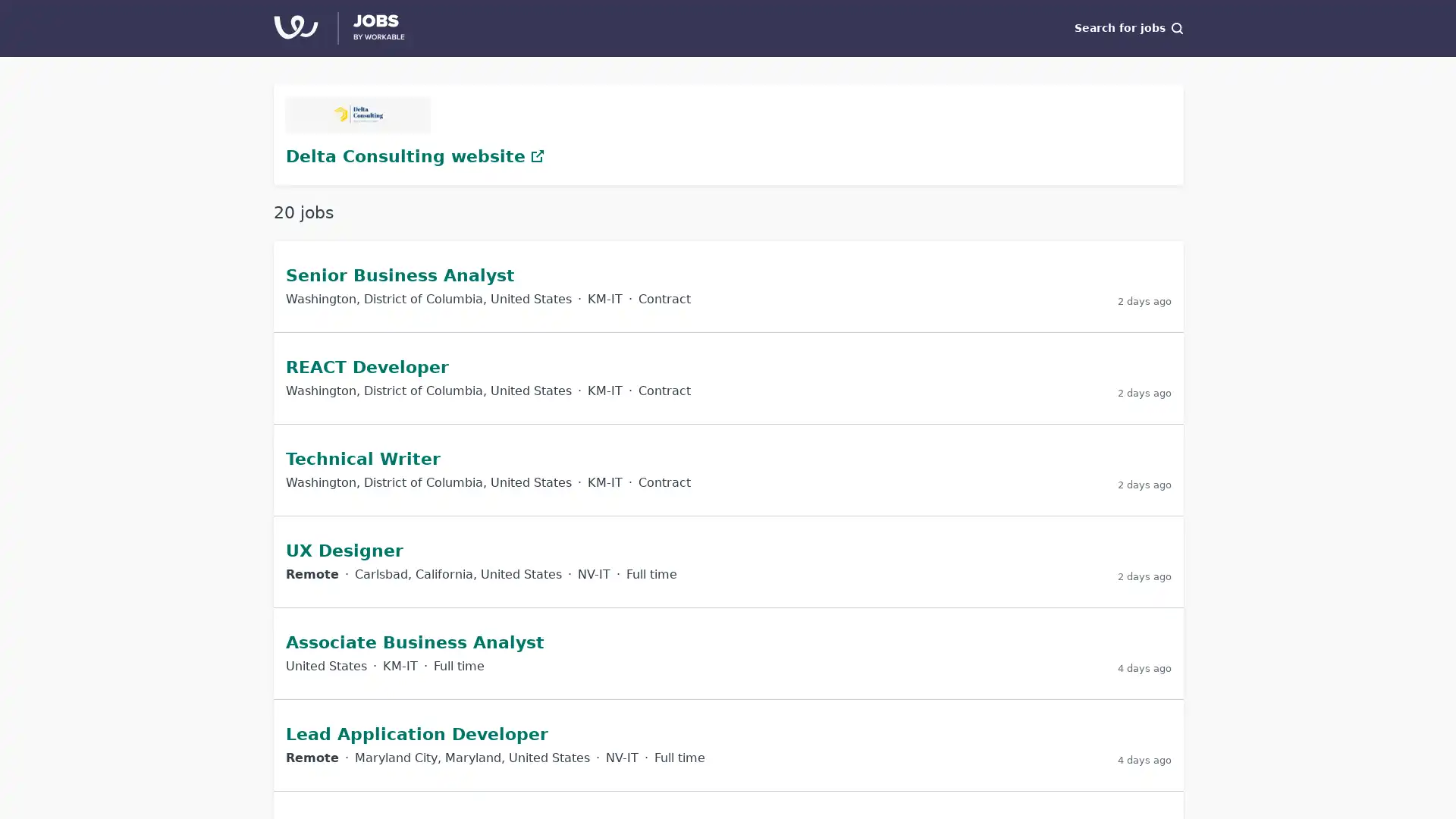 The height and width of the screenshot is (819, 1456). I want to click on Technical Writer, so click(362, 457).